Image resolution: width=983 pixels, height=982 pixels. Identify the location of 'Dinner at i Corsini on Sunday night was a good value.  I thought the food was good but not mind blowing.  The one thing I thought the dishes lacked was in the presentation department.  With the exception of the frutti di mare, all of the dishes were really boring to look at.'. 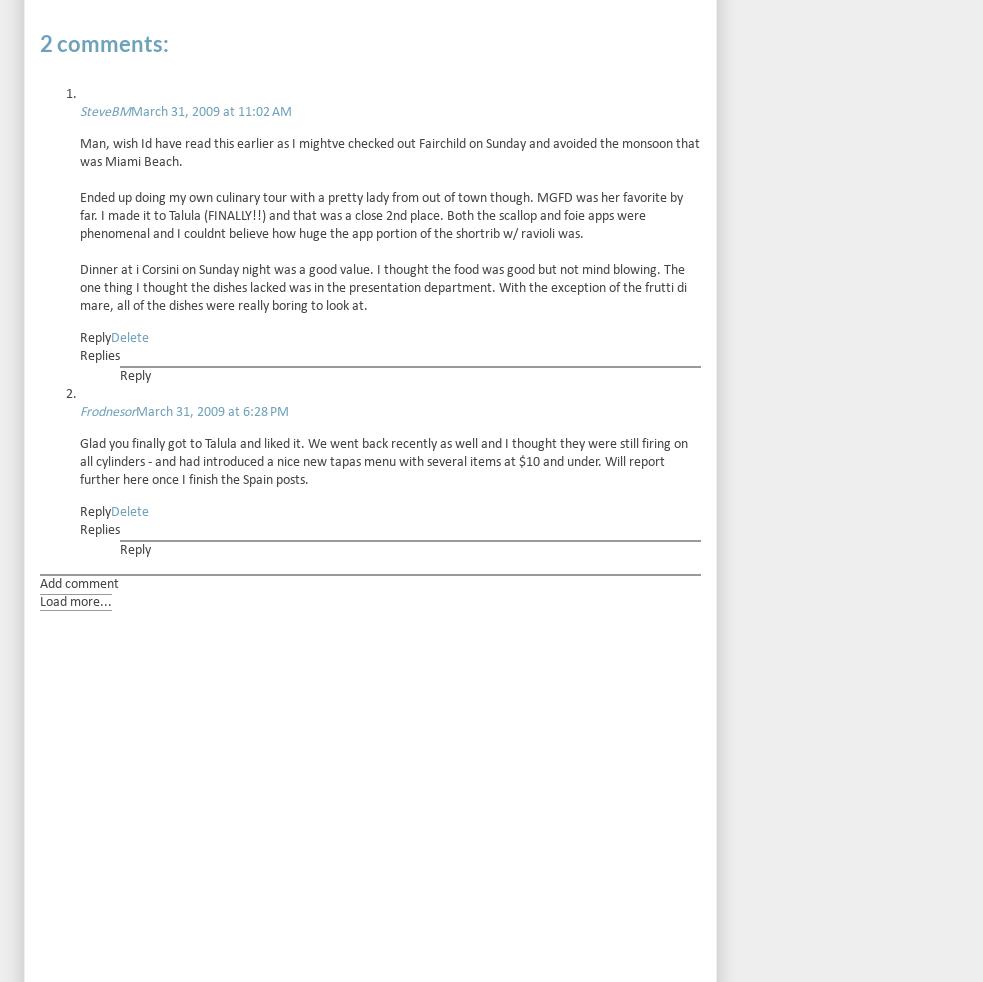
(79, 287).